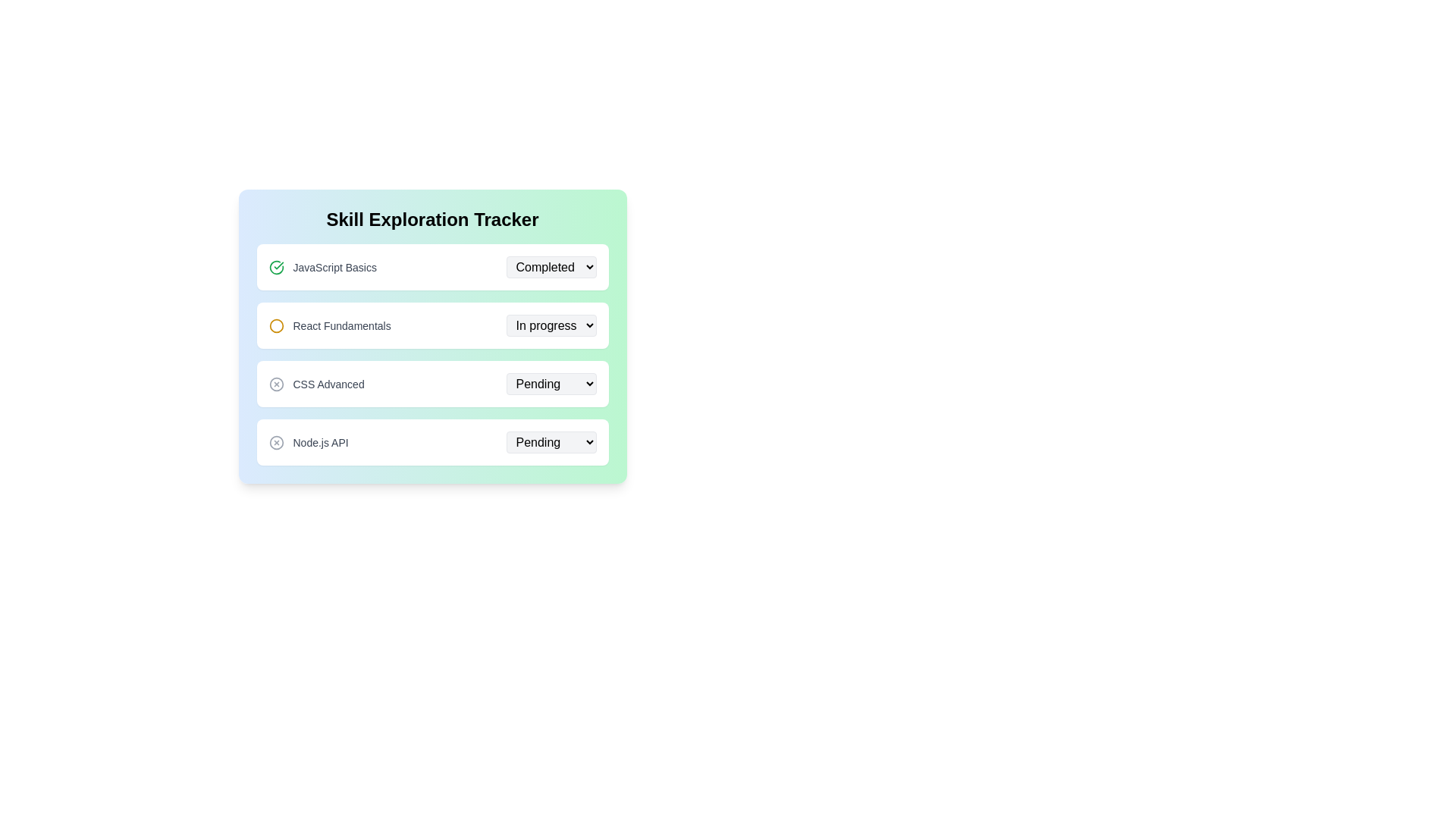 Image resolution: width=1456 pixels, height=819 pixels. Describe the element at coordinates (276, 383) in the screenshot. I see `the filled circular component within the 'Skill Exploration Tracker' interface, located to the left of the 'CSS Advanced' text` at that location.